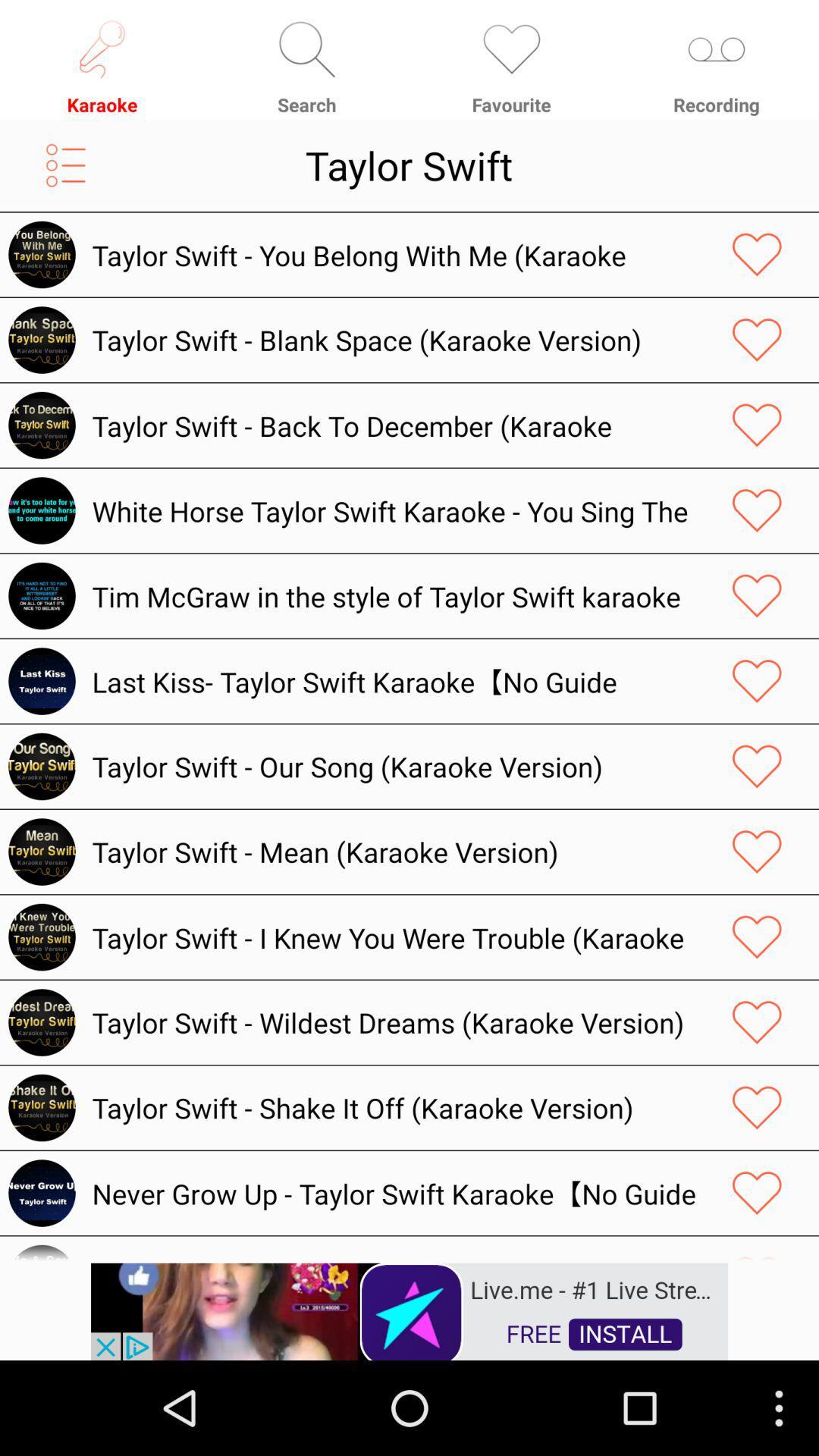 The height and width of the screenshot is (1456, 819). Describe the element at coordinates (757, 1192) in the screenshot. I see `like` at that location.